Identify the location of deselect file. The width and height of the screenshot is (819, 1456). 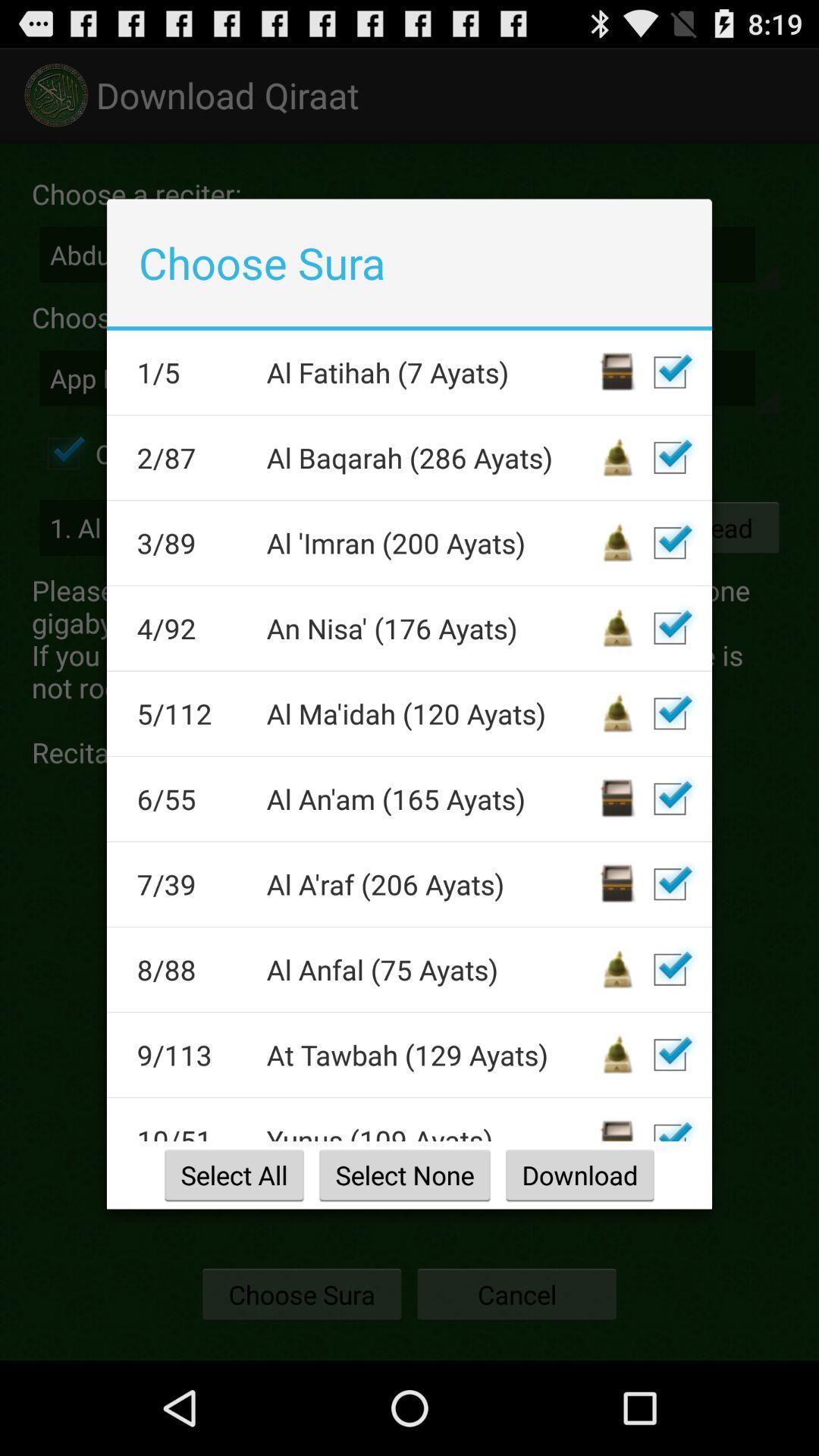
(669, 372).